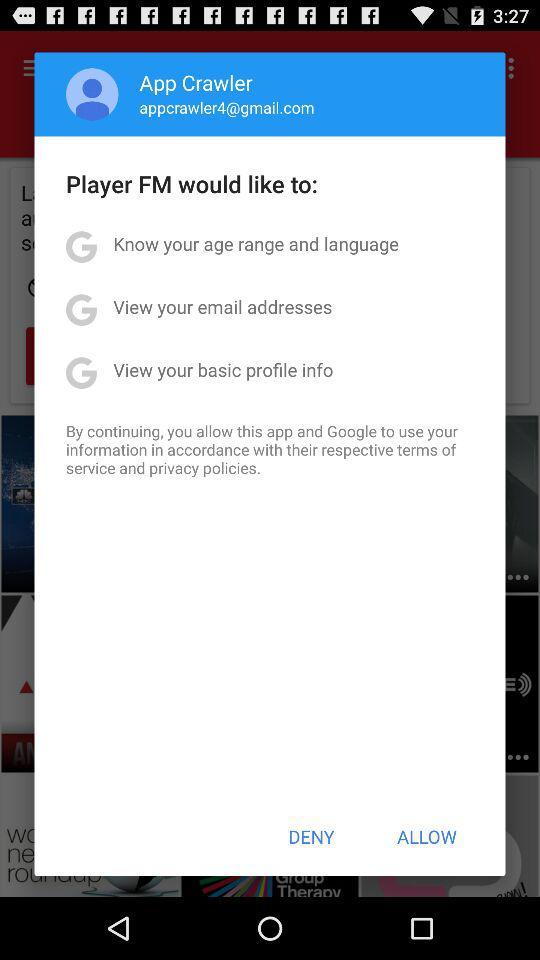 The width and height of the screenshot is (540, 960). Describe the element at coordinates (311, 836) in the screenshot. I see `the app below by continuing you item` at that location.